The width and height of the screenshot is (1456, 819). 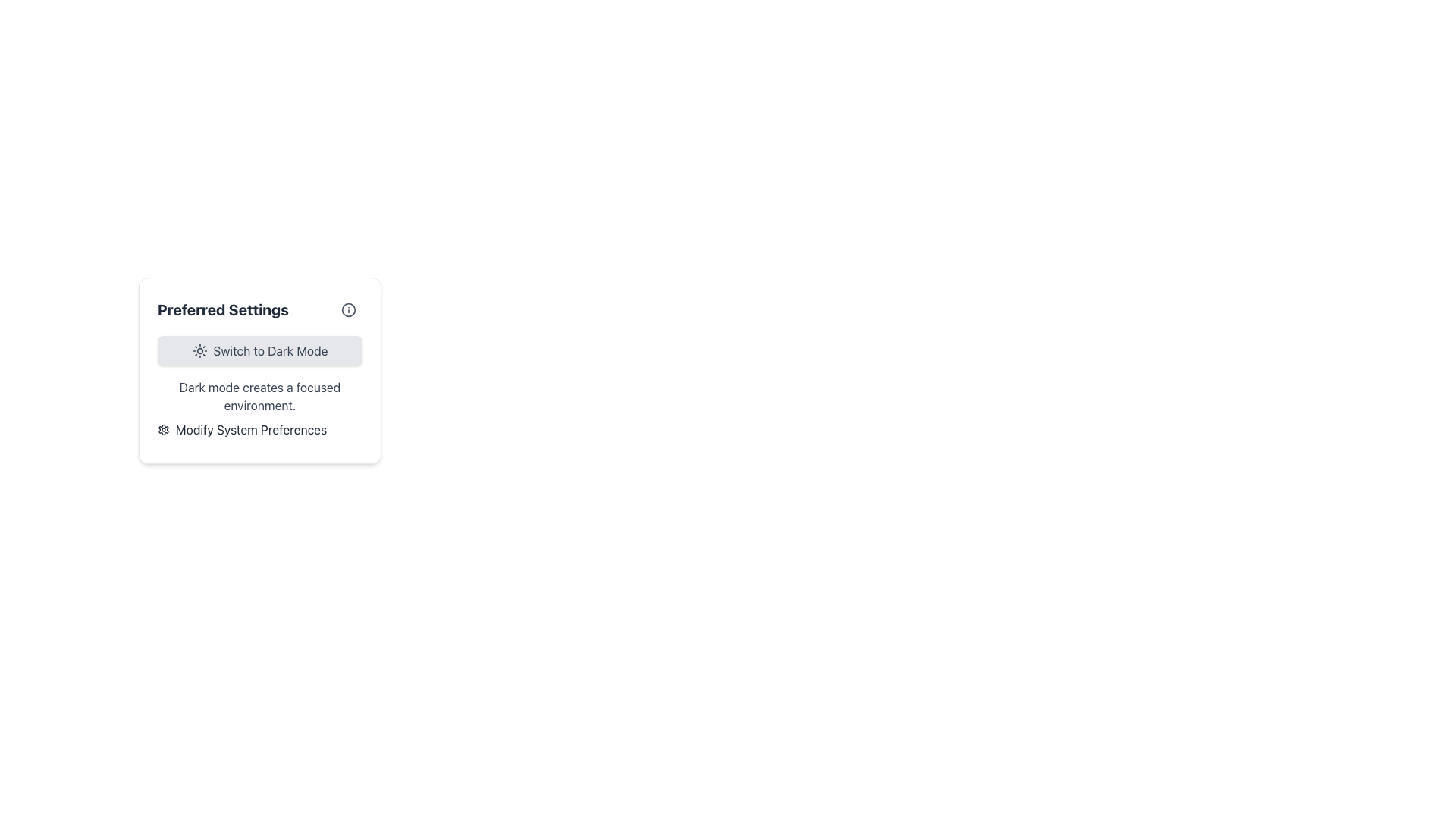 I want to click on the settings icon located to the immediate left of the 'Modify System Preferences' text label within the 'Preferred Settings' card, so click(x=164, y=430).